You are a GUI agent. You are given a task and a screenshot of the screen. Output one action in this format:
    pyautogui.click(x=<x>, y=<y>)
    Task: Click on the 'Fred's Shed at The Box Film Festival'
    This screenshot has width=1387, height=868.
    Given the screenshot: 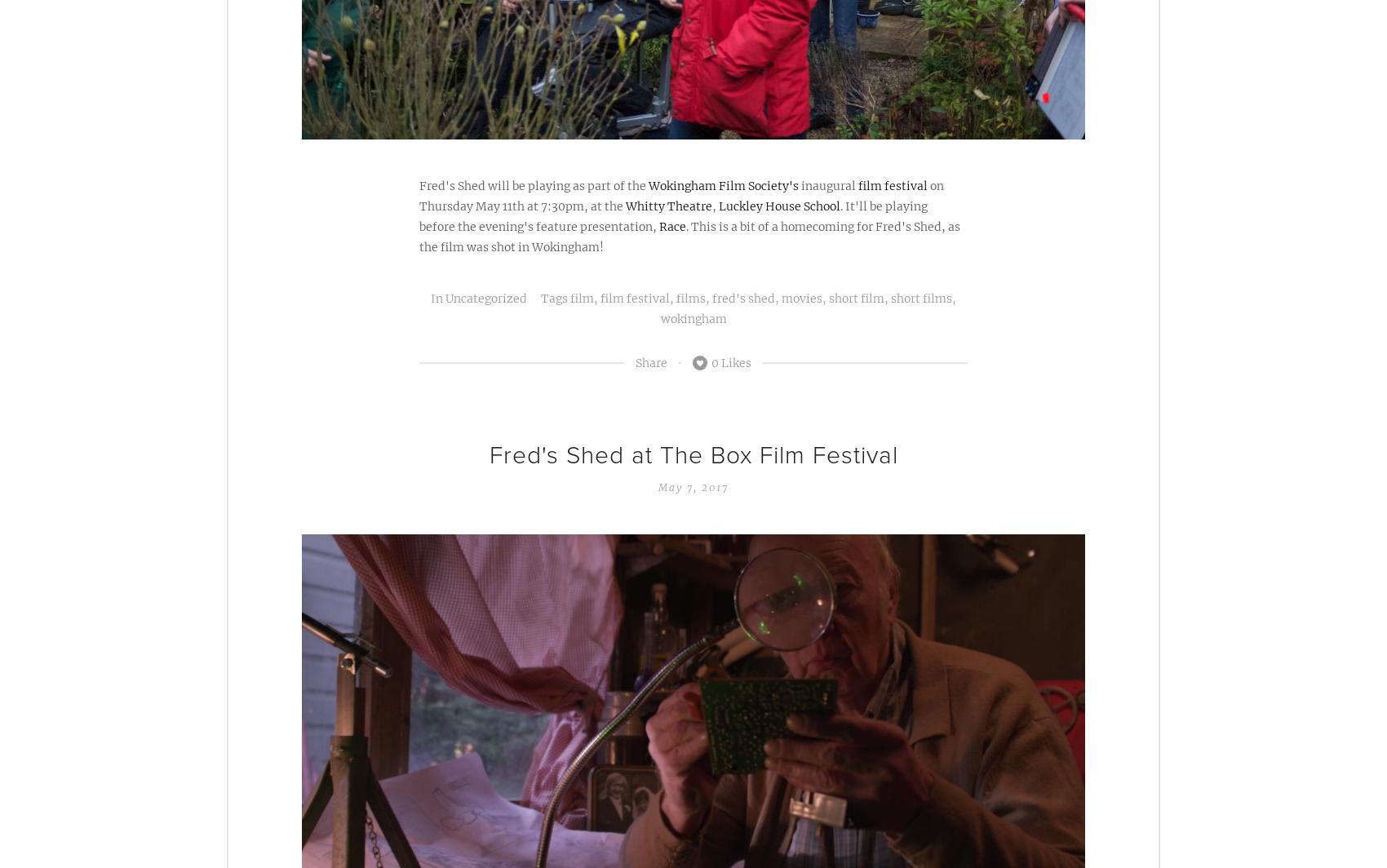 What is the action you would take?
    pyautogui.click(x=692, y=454)
    